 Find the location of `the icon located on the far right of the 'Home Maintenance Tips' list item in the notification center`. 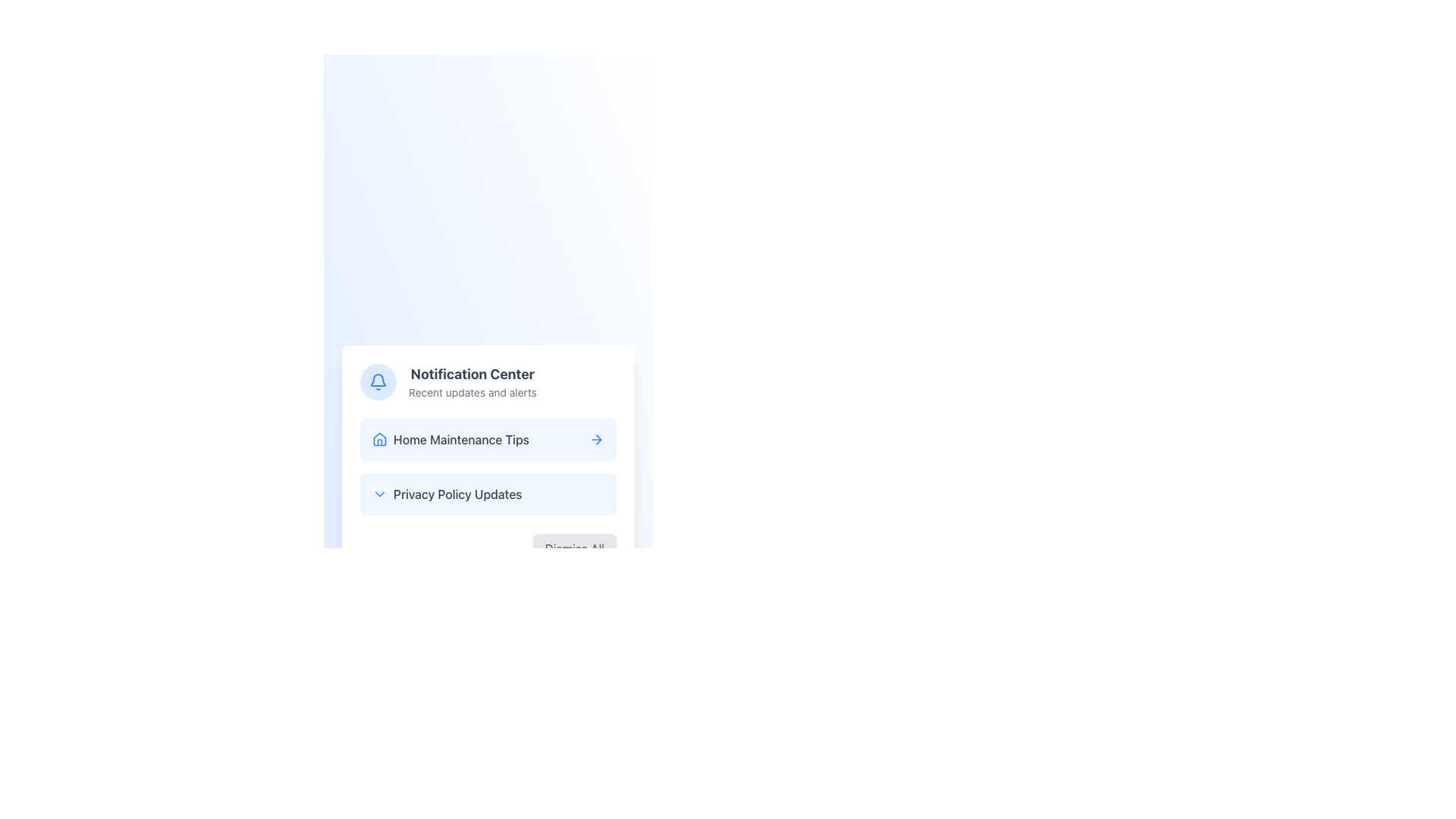

the icon located on the far right of the 'Home Maintenance Tips' list item in the notification center is located at coordinates (596, 439).